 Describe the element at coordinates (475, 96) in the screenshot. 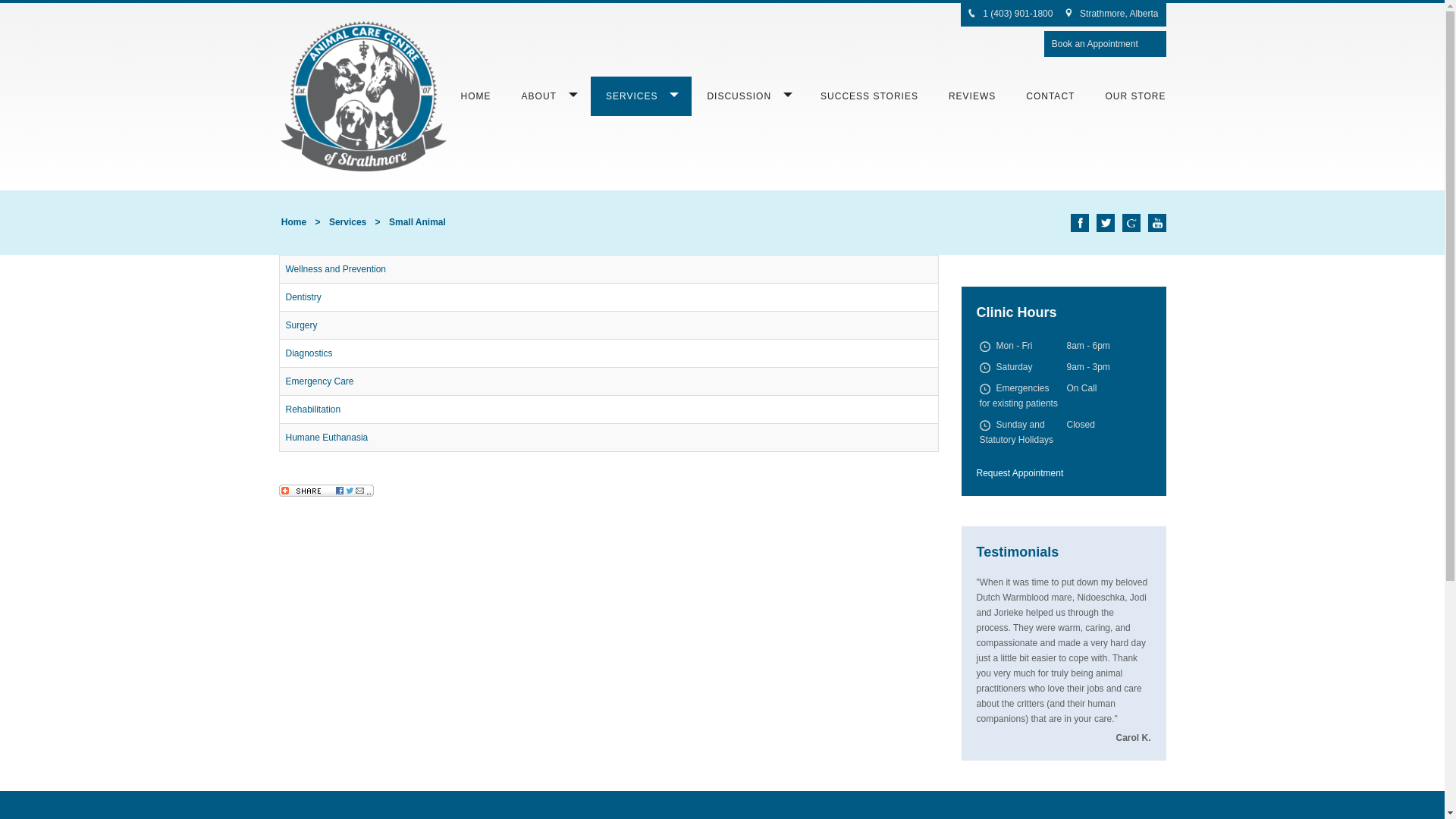

I see `'HOME'` at that location.